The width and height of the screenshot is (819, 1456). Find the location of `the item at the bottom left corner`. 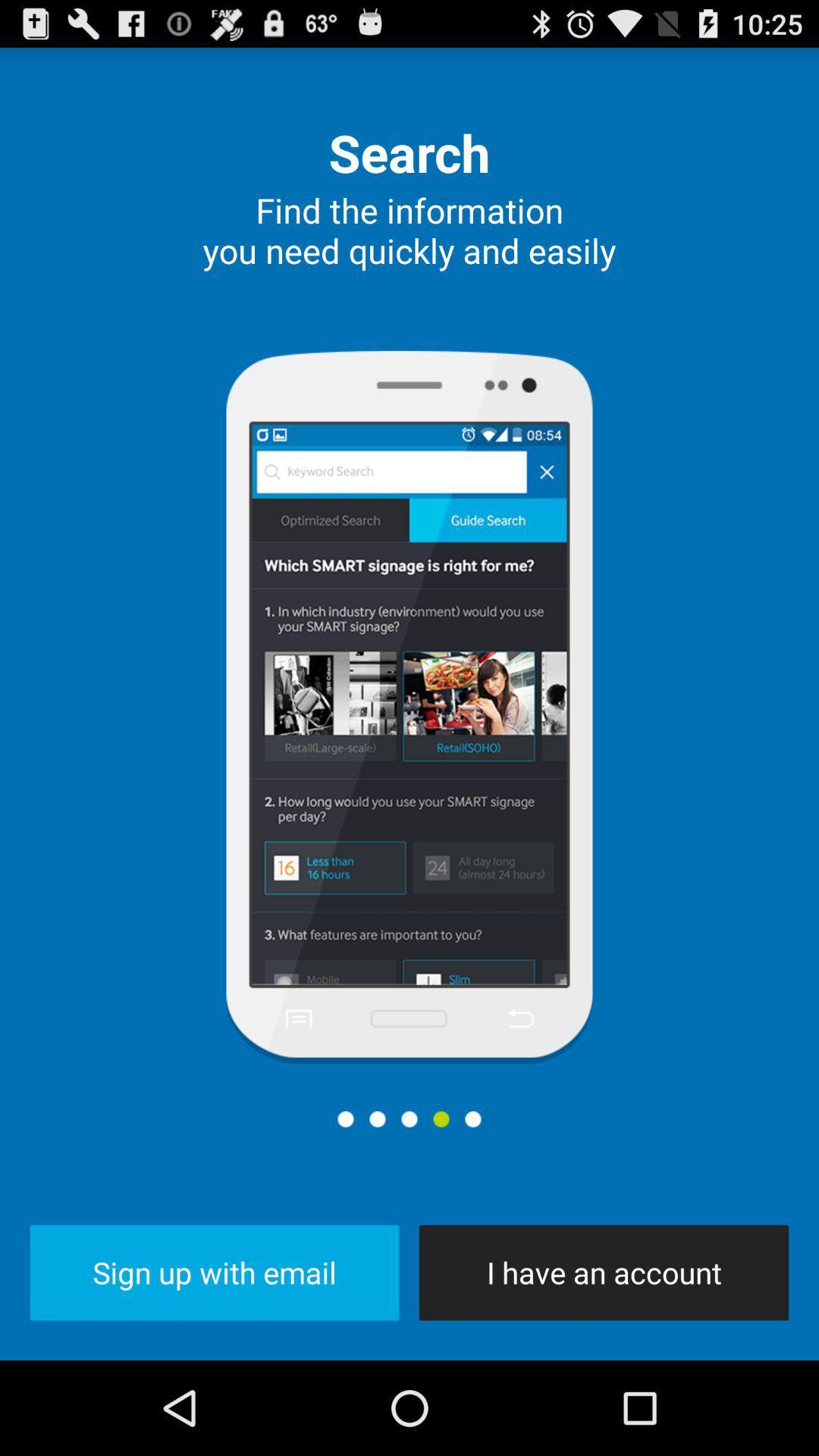

the item at the bottom left corner is located at coordinates (215, 1272).